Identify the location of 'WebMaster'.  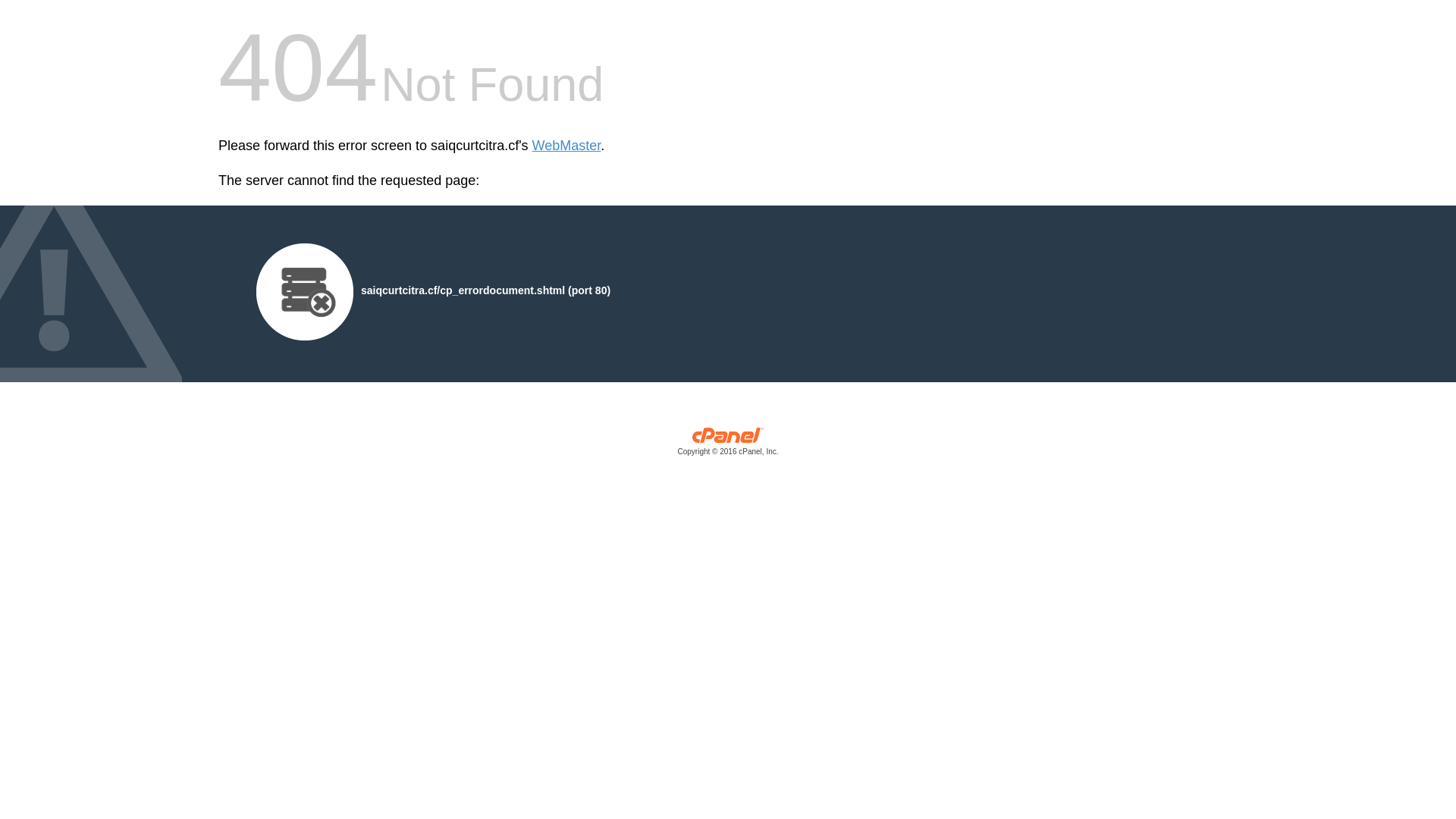
(532, 146).